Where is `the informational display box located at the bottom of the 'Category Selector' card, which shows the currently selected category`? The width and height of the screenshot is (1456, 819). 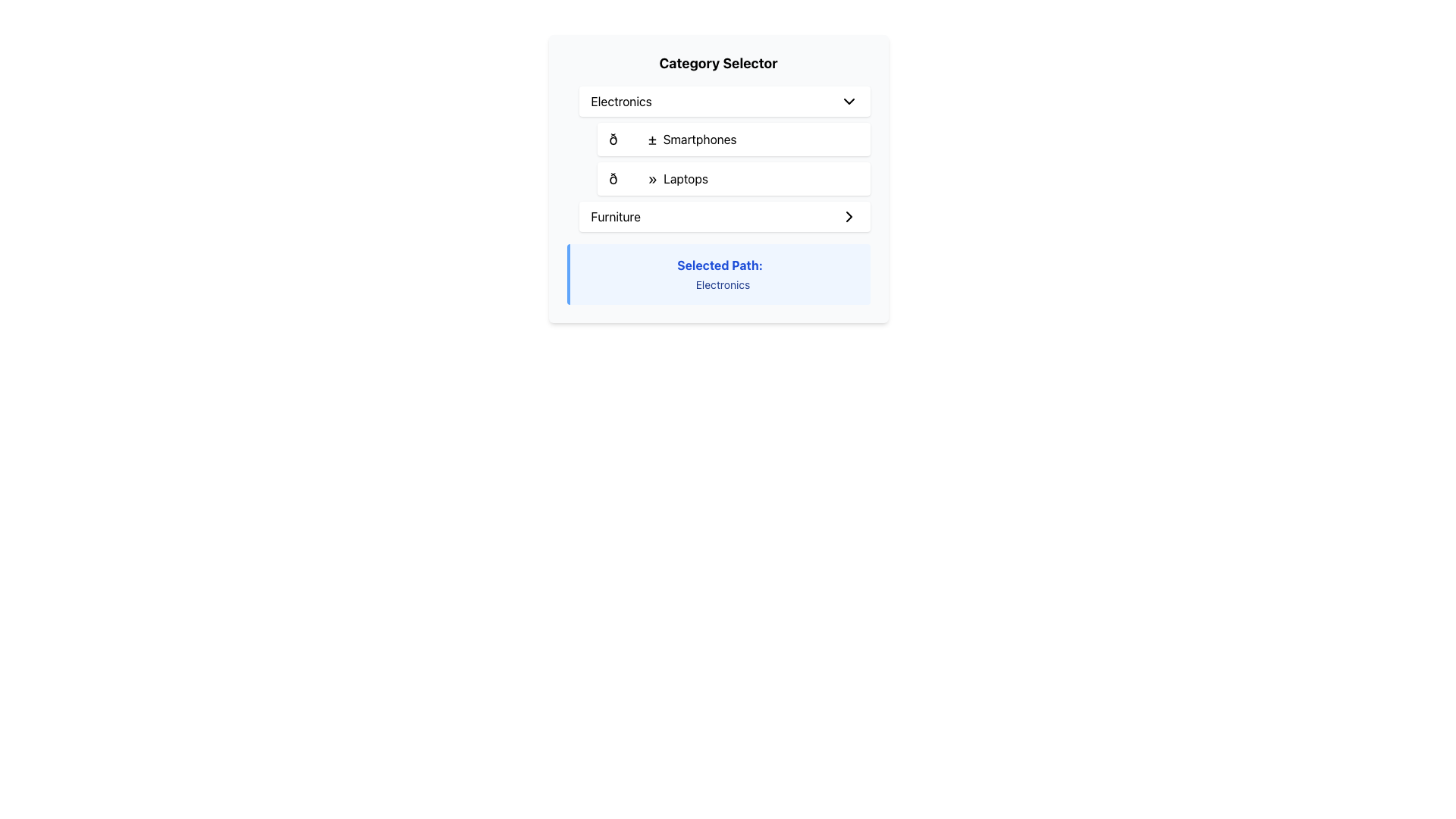 the informational display box located at the bottom of the 'Category Selector' card, which shows the currently selected category is located at coordinates (717, 275).